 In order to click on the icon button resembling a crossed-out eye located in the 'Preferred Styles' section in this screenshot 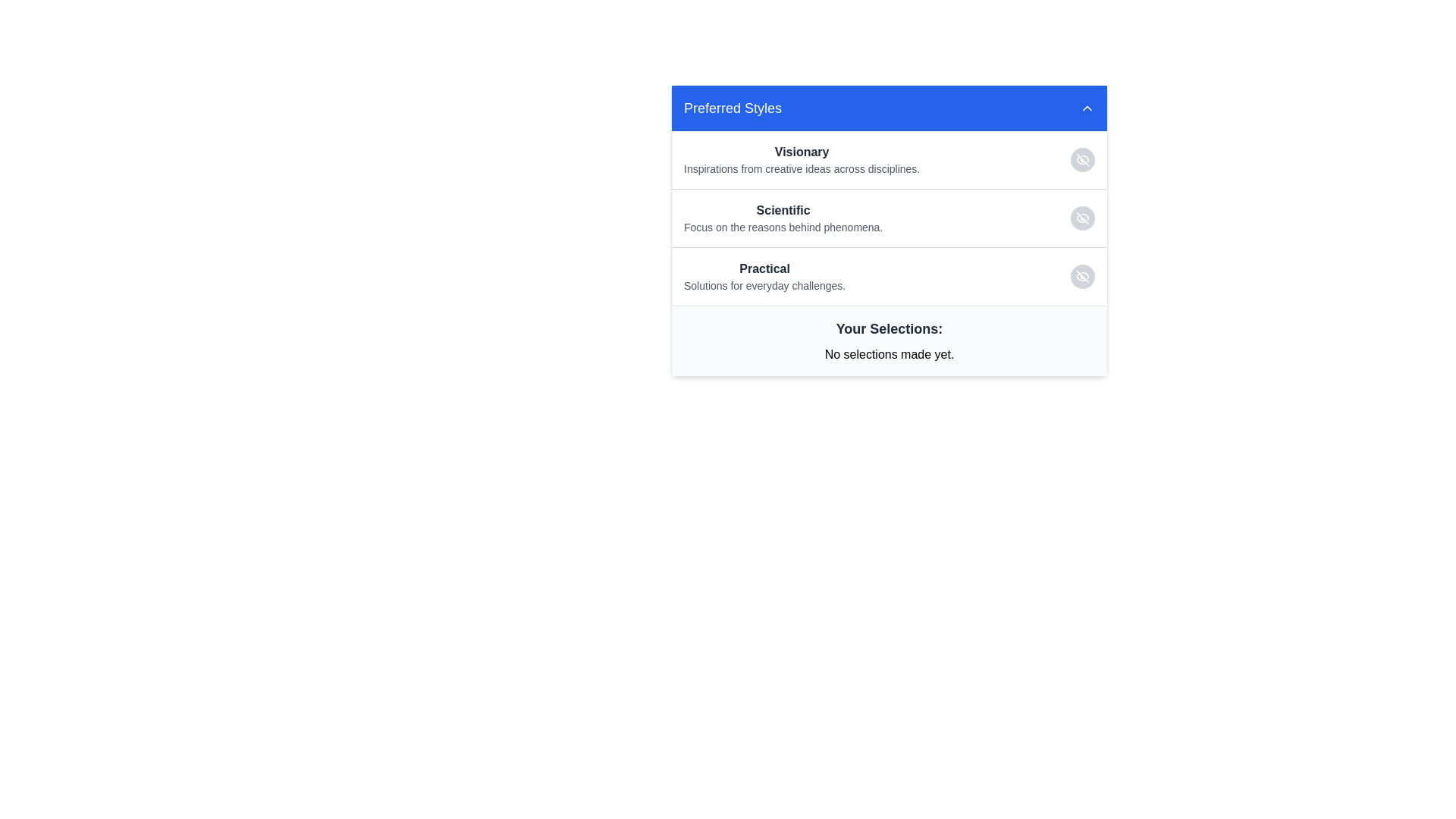, I will do `click(1082, 277)`.